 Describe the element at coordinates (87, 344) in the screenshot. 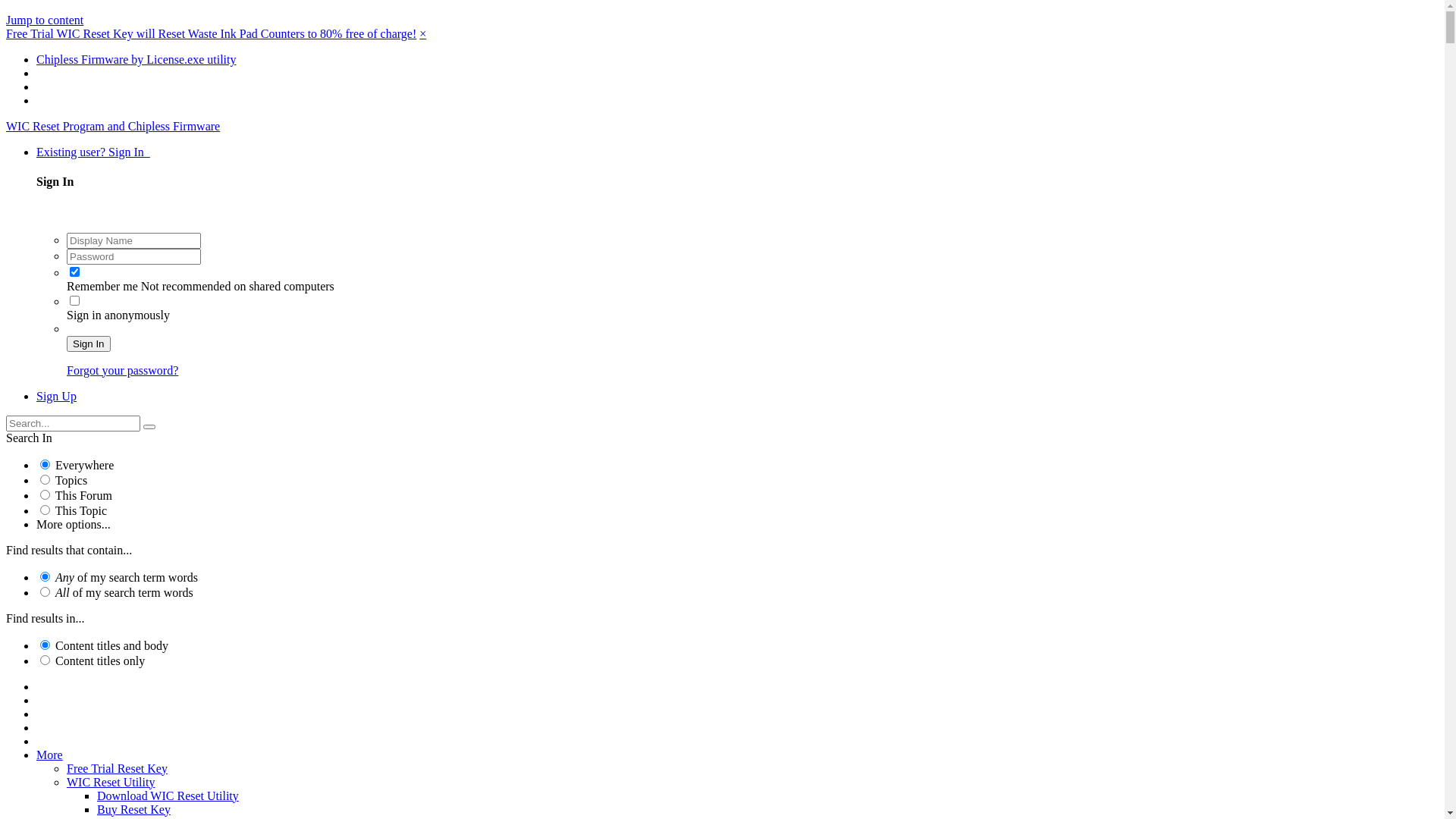

I see `'Sign In'` at that location.